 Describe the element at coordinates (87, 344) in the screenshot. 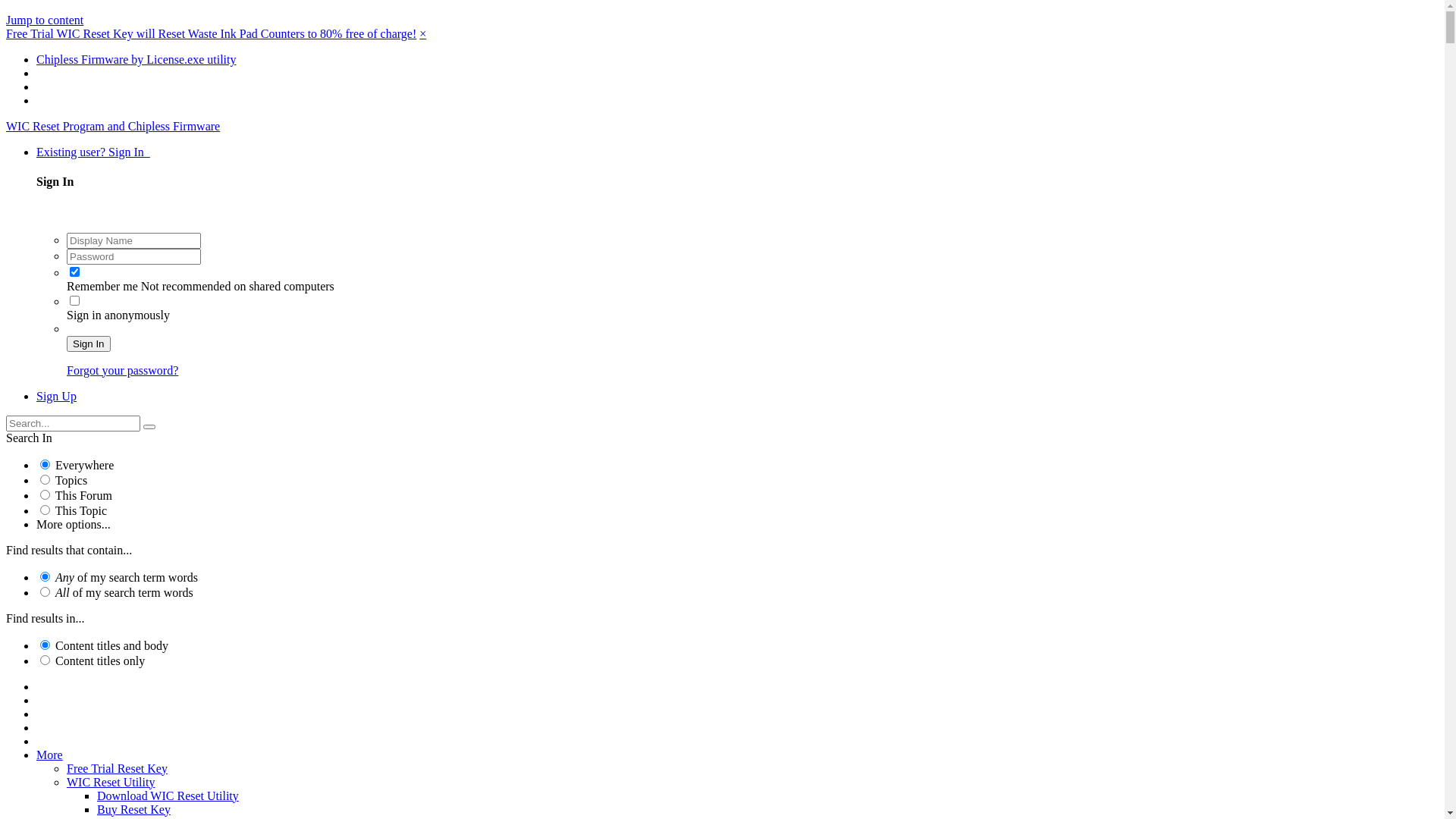

I see `'Sign In'` at that location.